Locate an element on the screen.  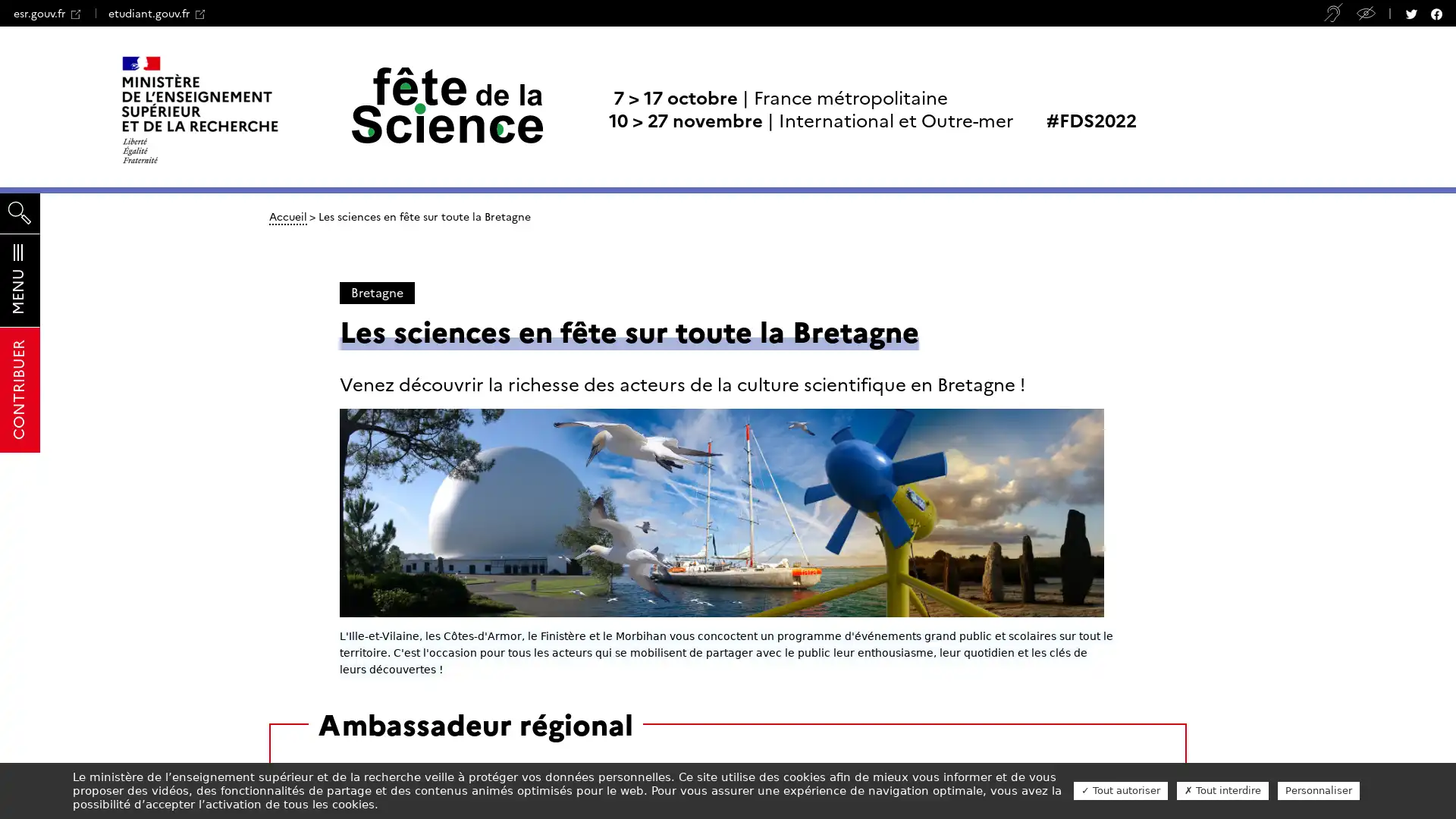
+ is located at coordinates (222, 11).